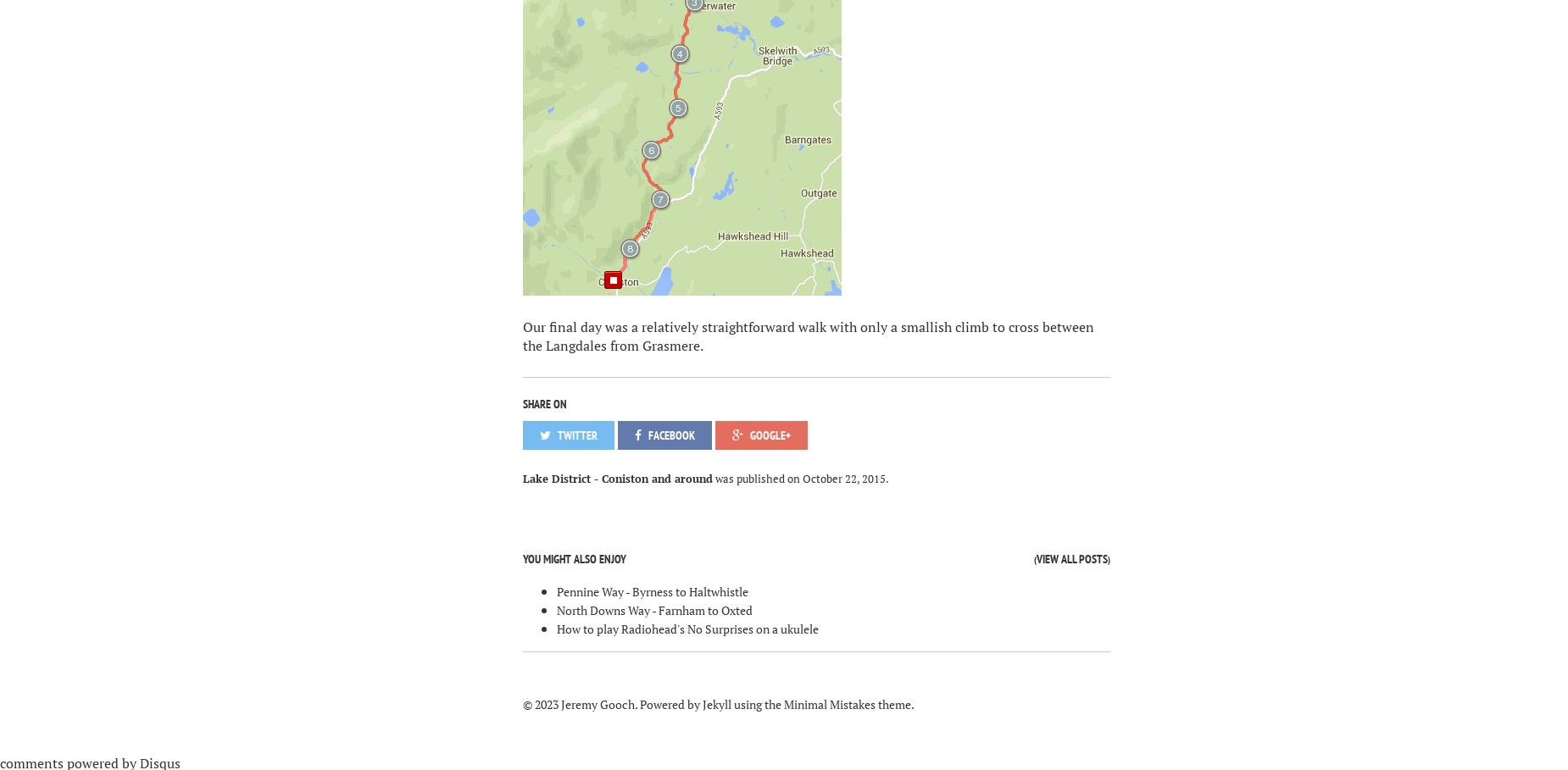 The width and height of the screenshot is (1568, 770). What do you see at coordinates (1071, 558) in the screenshot?
I see `'View all posts'` at bounding box center [1071, 558].